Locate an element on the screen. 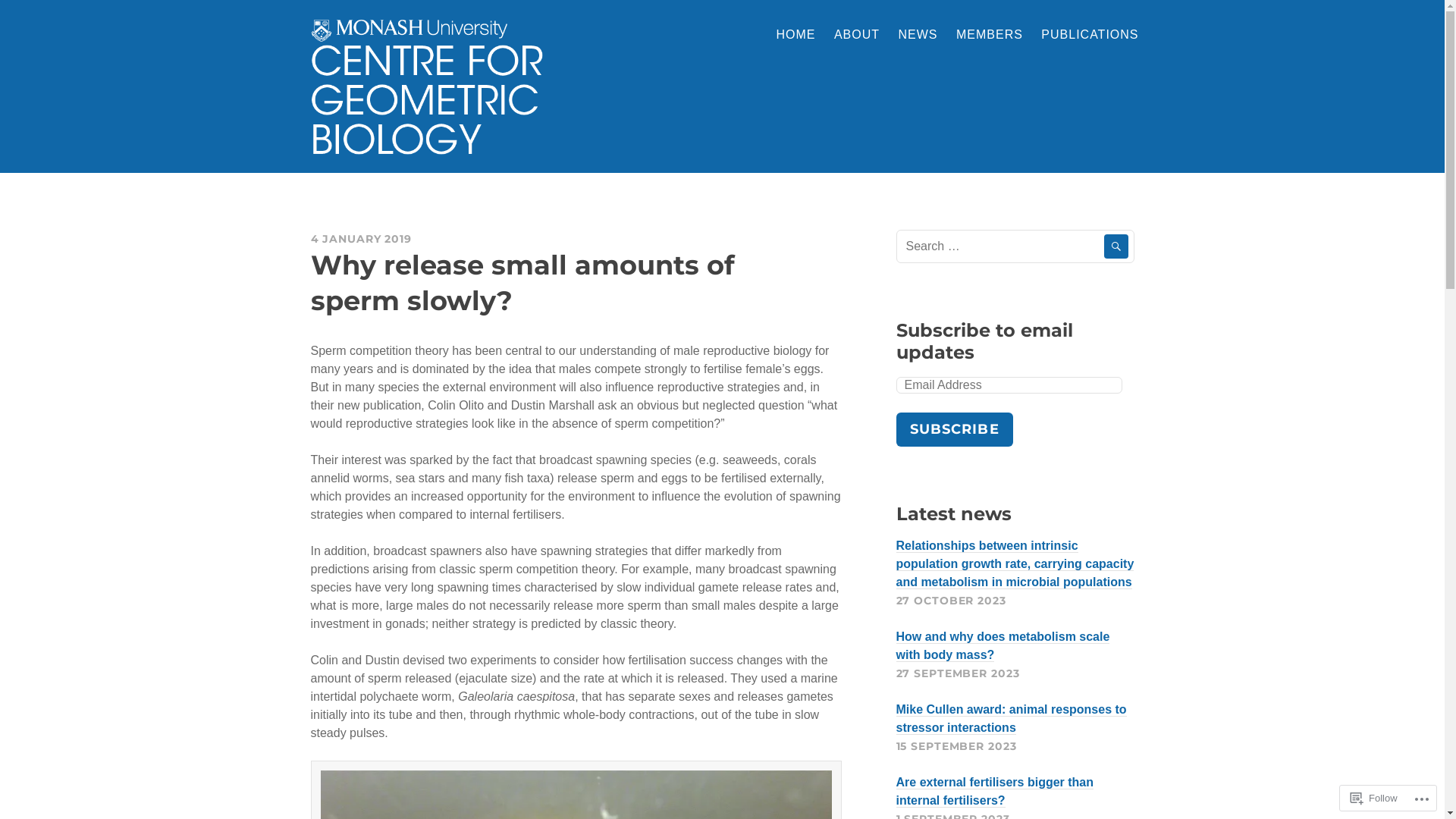 This screenshot has width=1456, height=819. 'MEMBERS' is located at coordinates (990, 36).